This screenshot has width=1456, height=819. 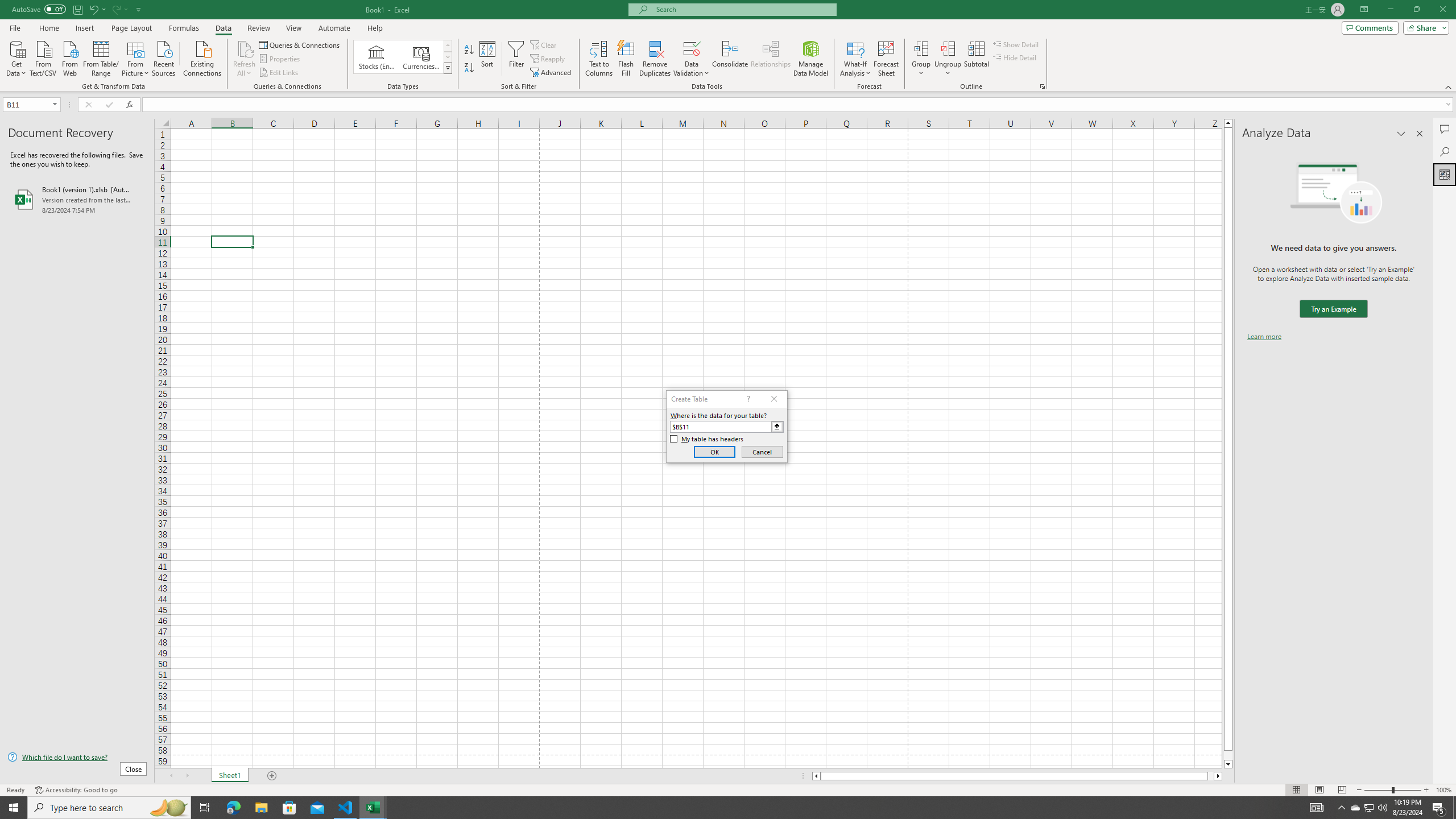 What do you see at coordinates (948, 48) in the screenshot?
I see `'Ungroup...'` at bounding box center [948, 48].